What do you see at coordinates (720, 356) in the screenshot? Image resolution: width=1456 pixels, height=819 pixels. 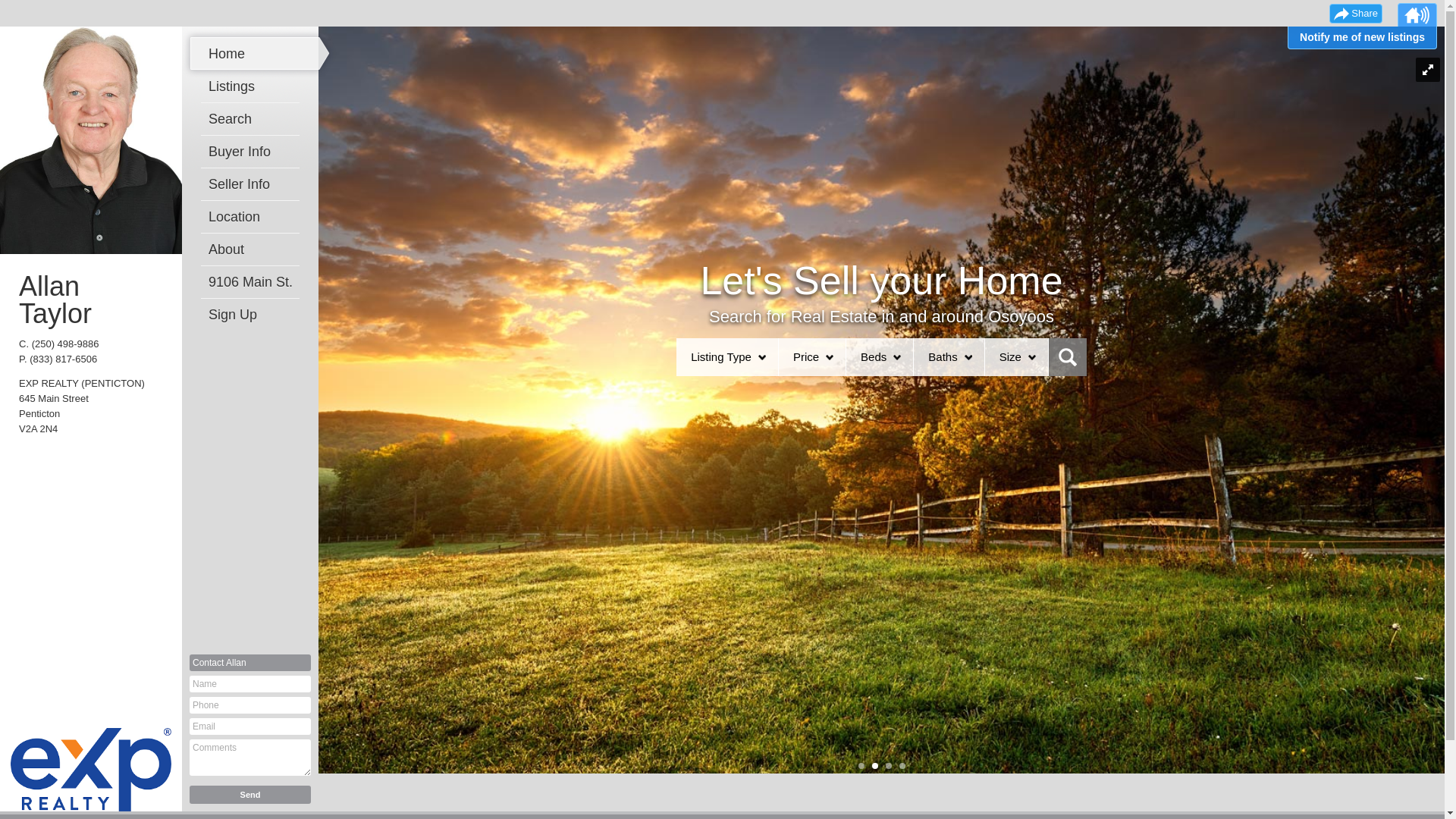 I see `'Listing Type'` at bounding box center [720, 356].